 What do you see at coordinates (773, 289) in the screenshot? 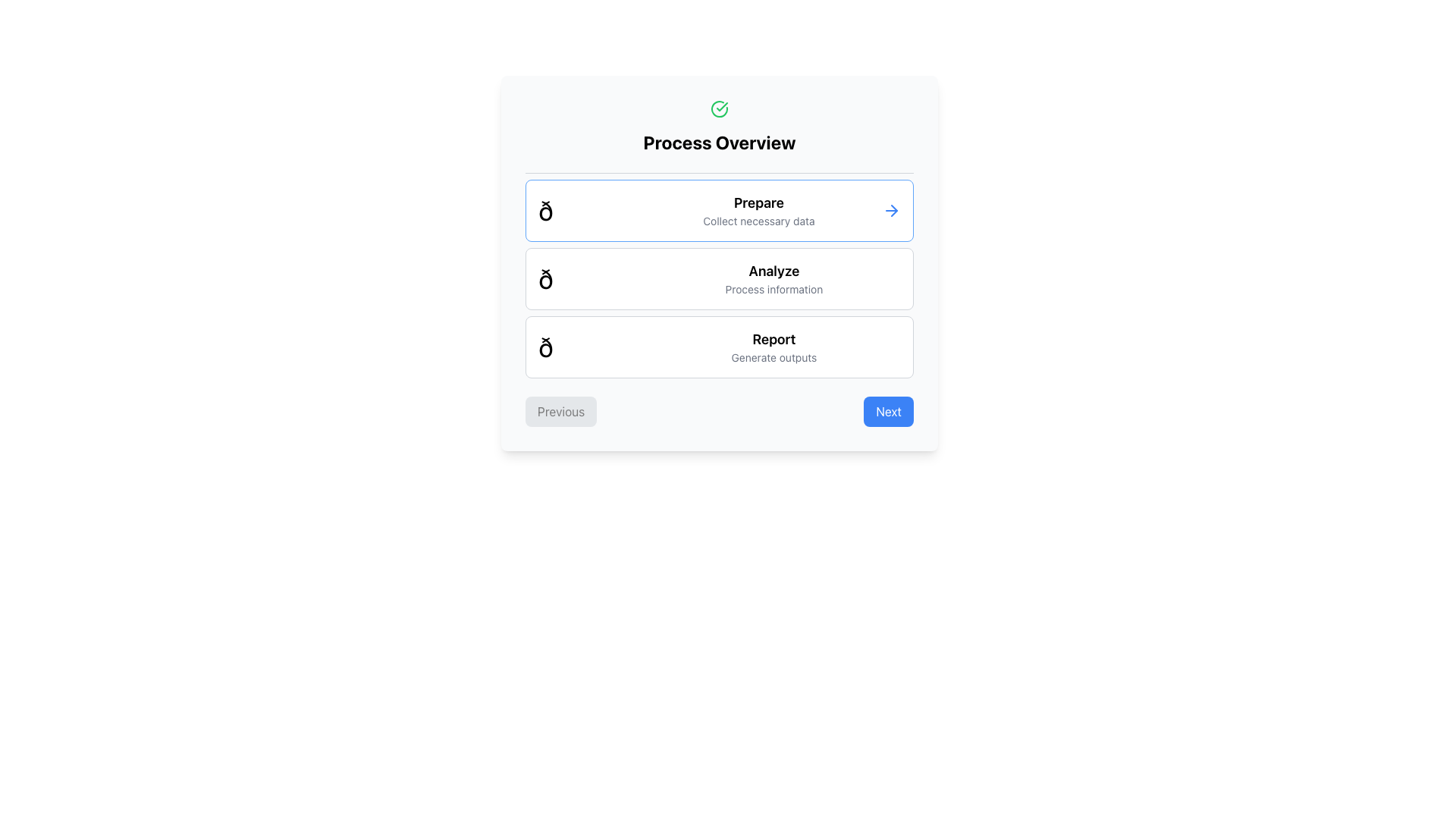
I see `the static text element that provides a contextual description for the 'Analyze' section, which is positioned directly beneath the 'Analyze' label` at bounding box center [773, 289].